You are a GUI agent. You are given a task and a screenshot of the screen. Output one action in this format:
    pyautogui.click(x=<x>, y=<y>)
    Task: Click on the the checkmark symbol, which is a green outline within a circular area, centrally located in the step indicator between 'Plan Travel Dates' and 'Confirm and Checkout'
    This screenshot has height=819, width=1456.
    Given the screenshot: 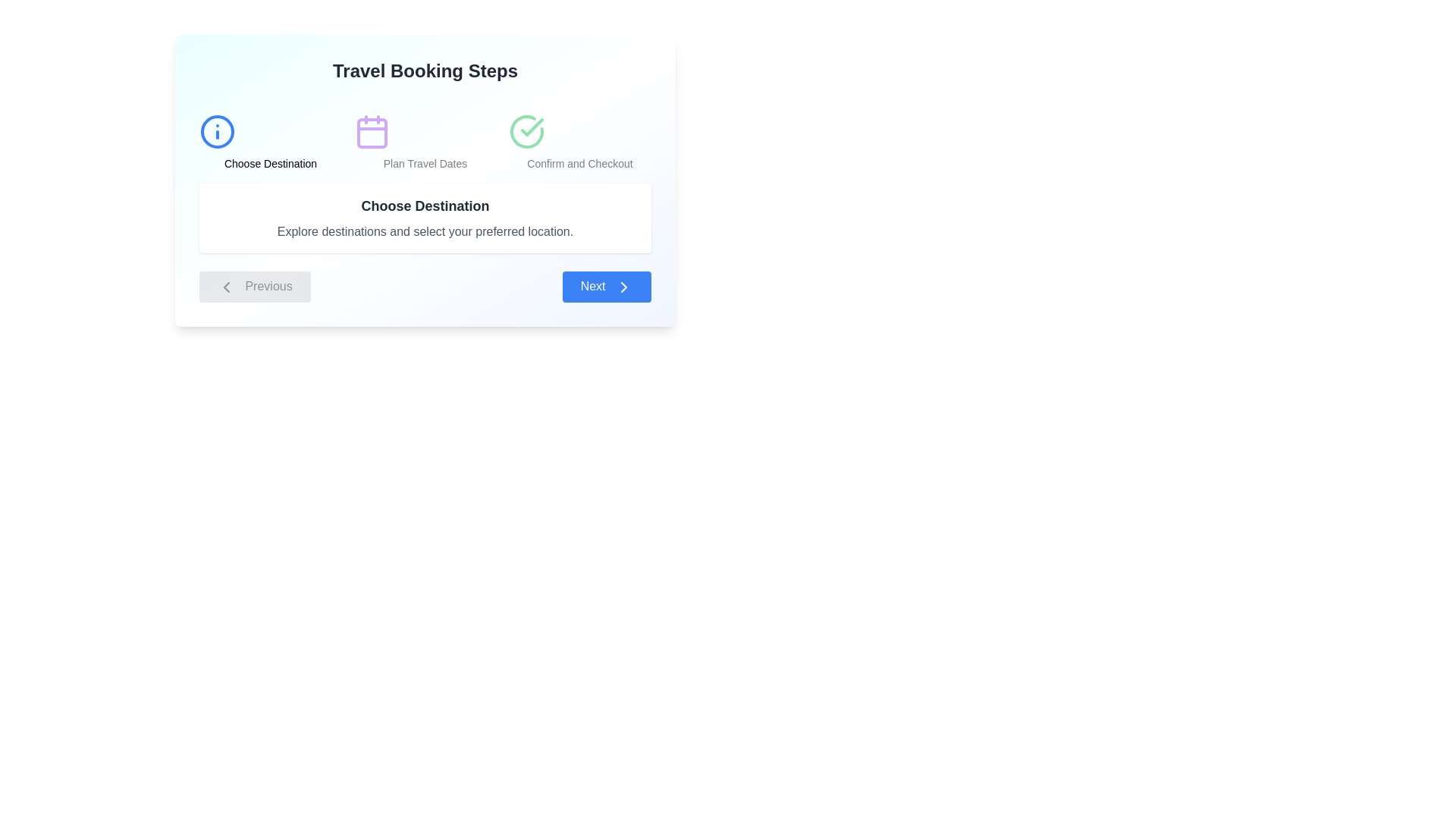 What is the action you would take?
    pyautogui.click(x=532, y=127)
    